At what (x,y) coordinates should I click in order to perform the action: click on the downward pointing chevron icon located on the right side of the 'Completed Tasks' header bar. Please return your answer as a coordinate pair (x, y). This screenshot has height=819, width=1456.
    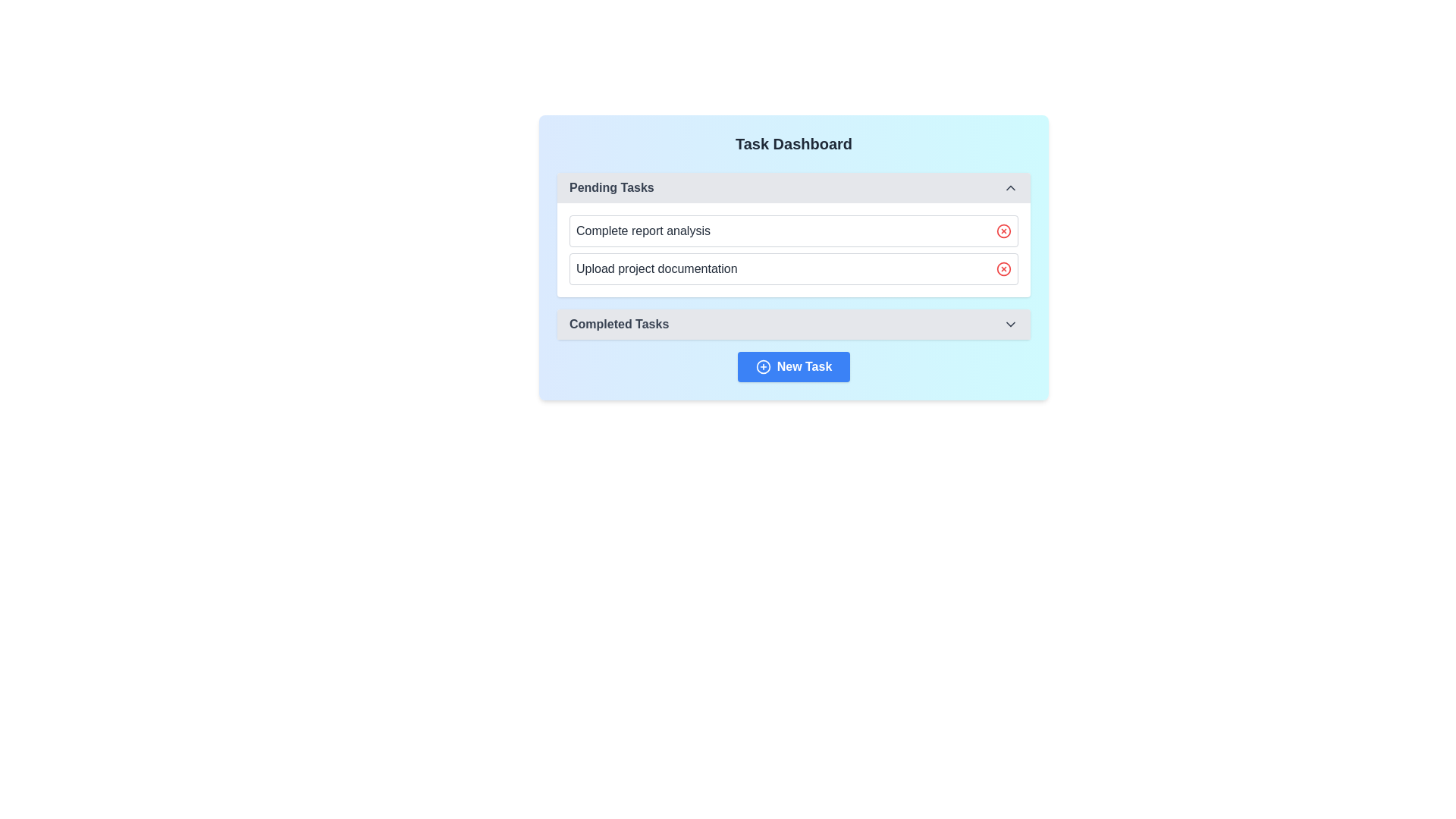
    Looking at the image, I should click on (1011, 324).